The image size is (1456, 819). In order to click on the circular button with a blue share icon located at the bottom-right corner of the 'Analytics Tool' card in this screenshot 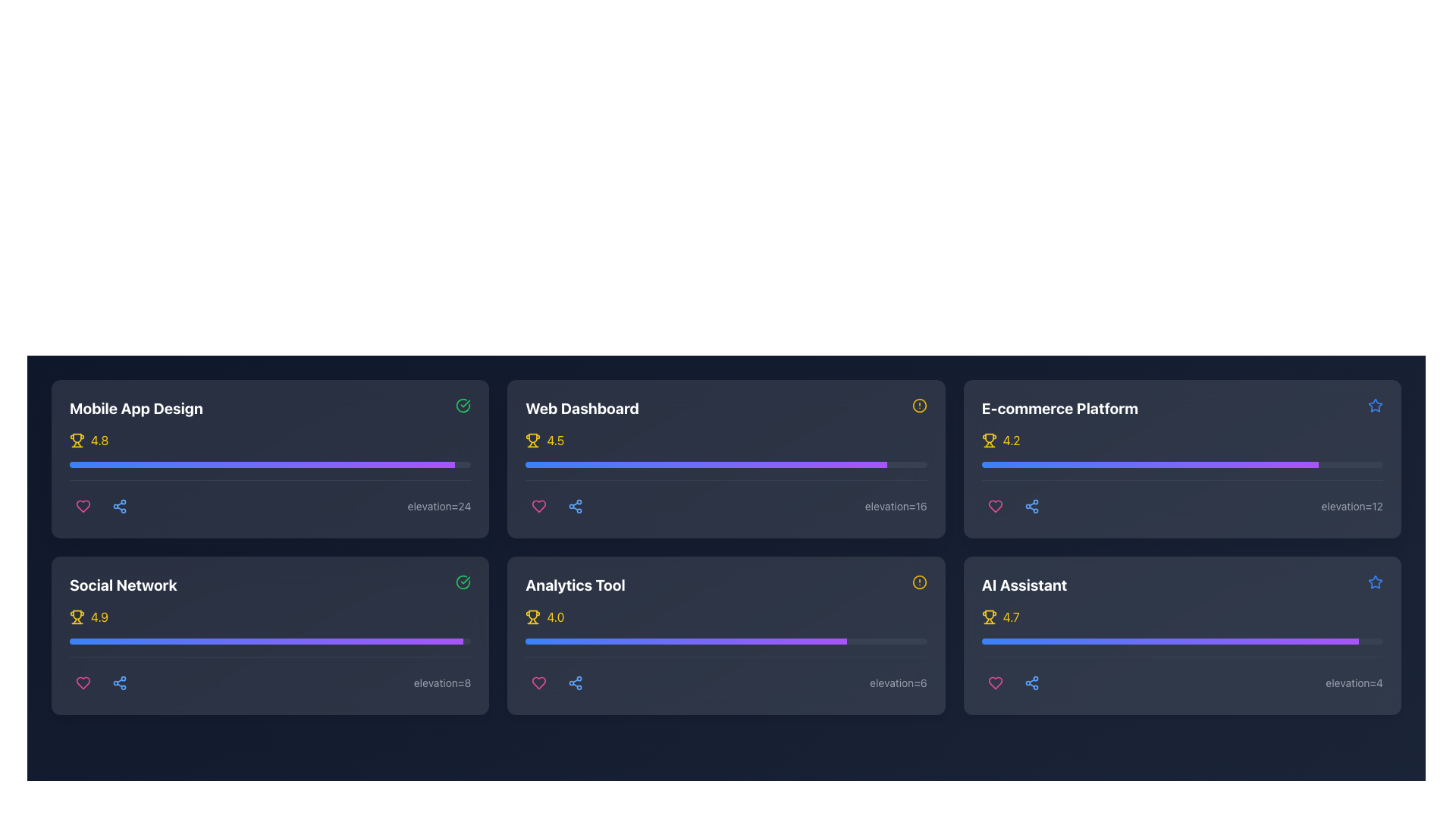, I will do `click(575, 683)`.